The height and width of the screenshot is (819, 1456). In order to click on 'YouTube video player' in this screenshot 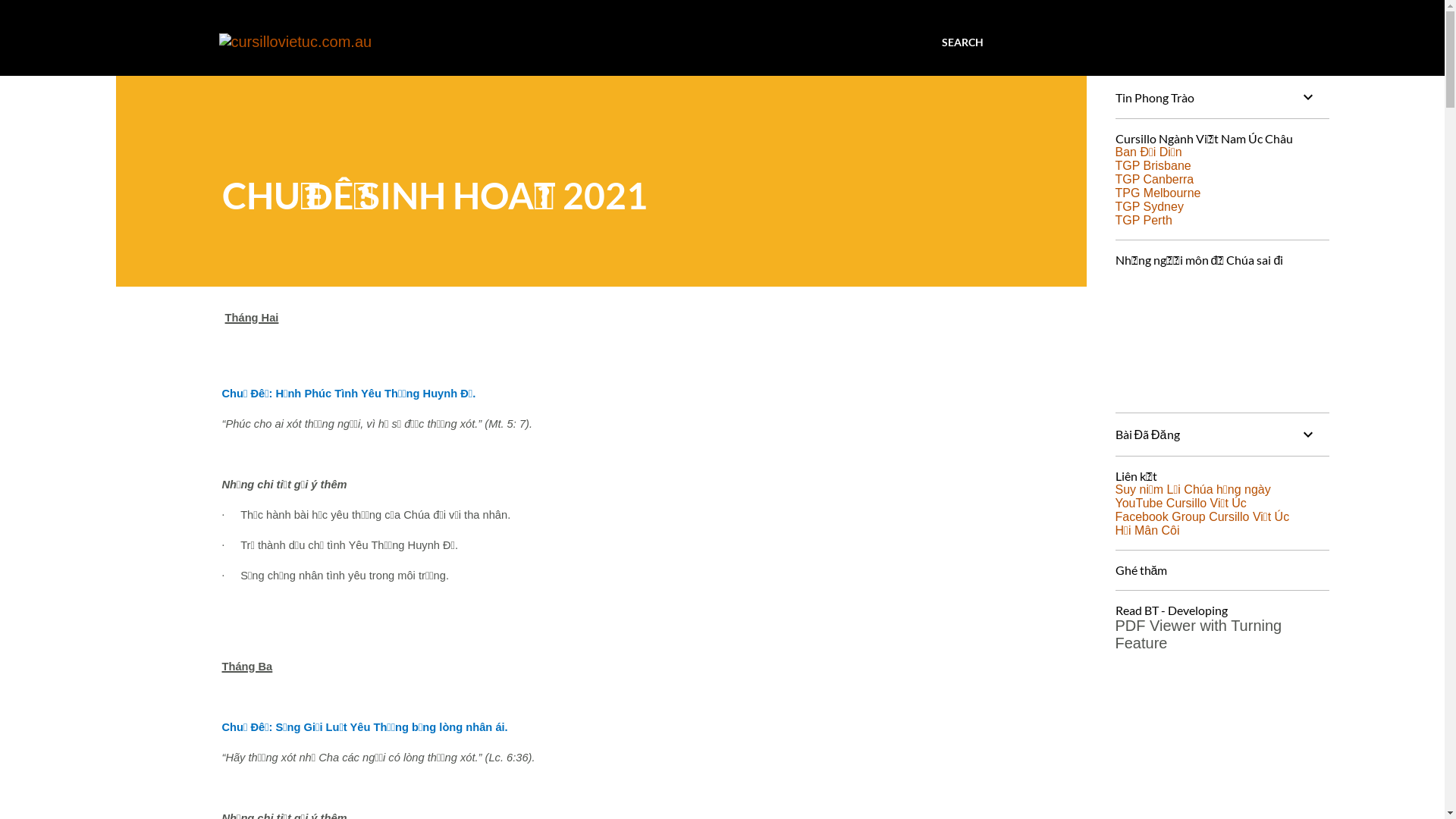, I will do `click(1220, 331)`.